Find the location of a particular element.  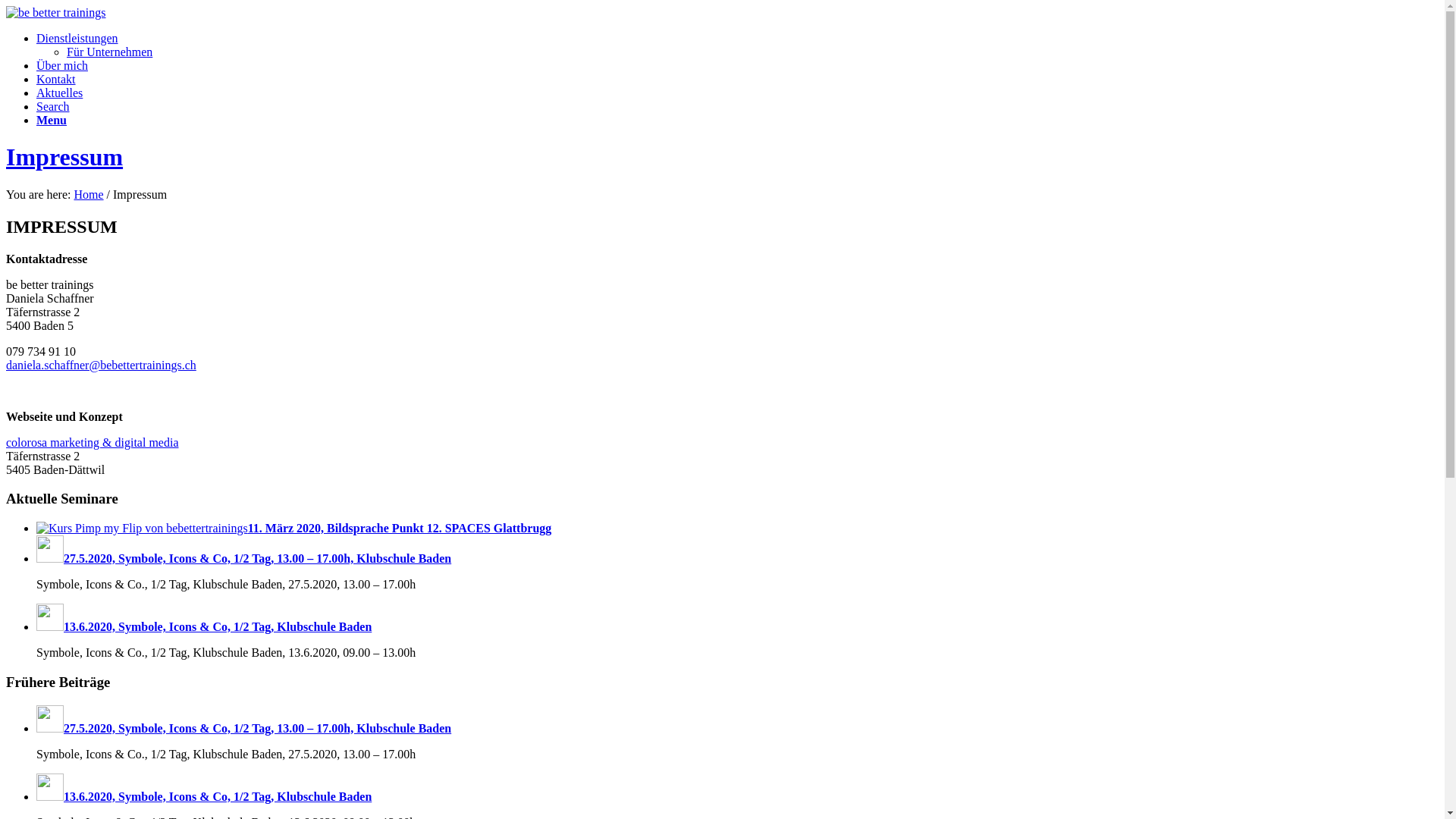

'Search' is located at coordinates (53, 105).